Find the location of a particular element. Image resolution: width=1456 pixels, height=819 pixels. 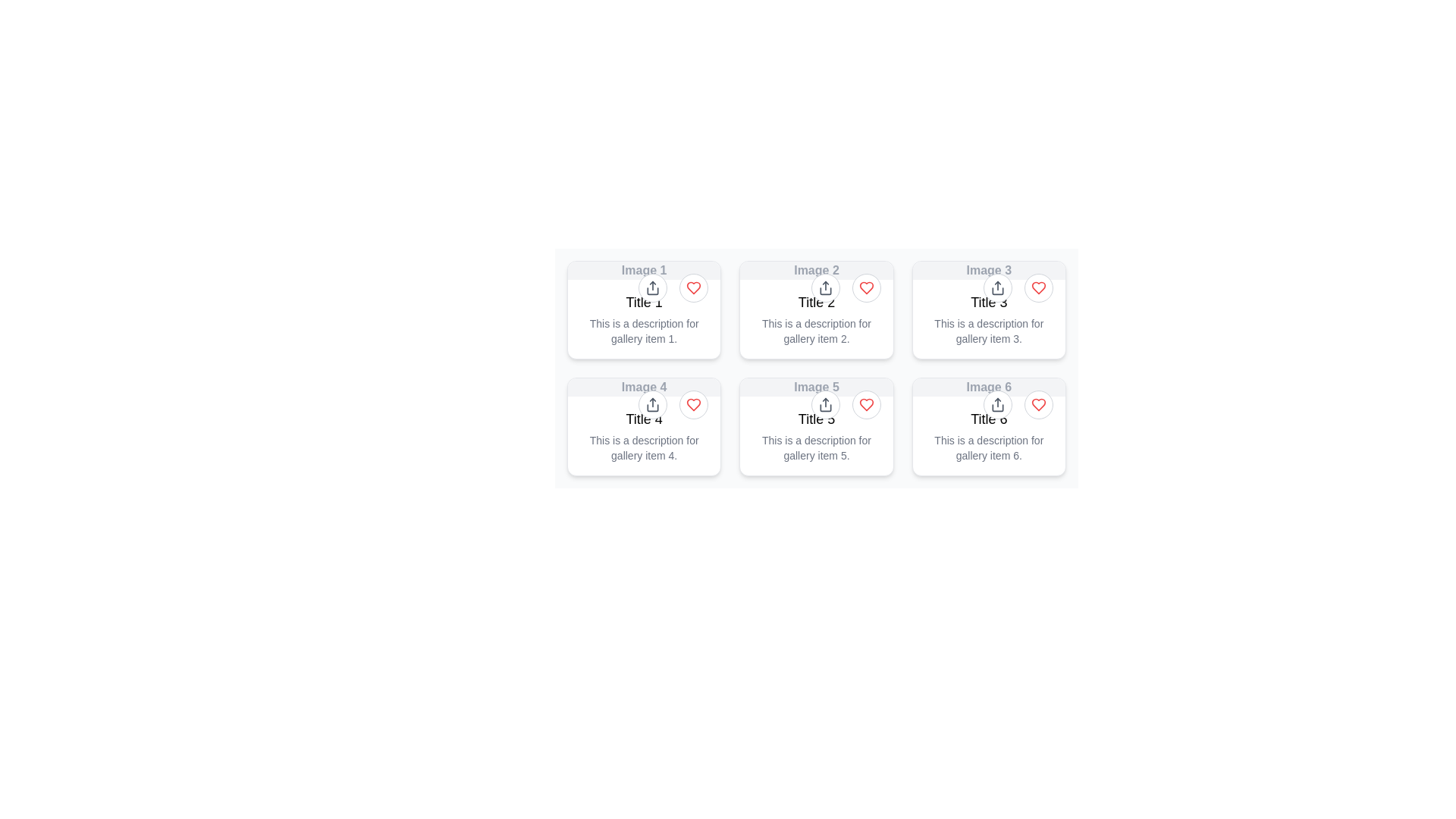

the like or favorite button located at the top-right corner of 'Image 6' card is located at coordinates (1037, 288).